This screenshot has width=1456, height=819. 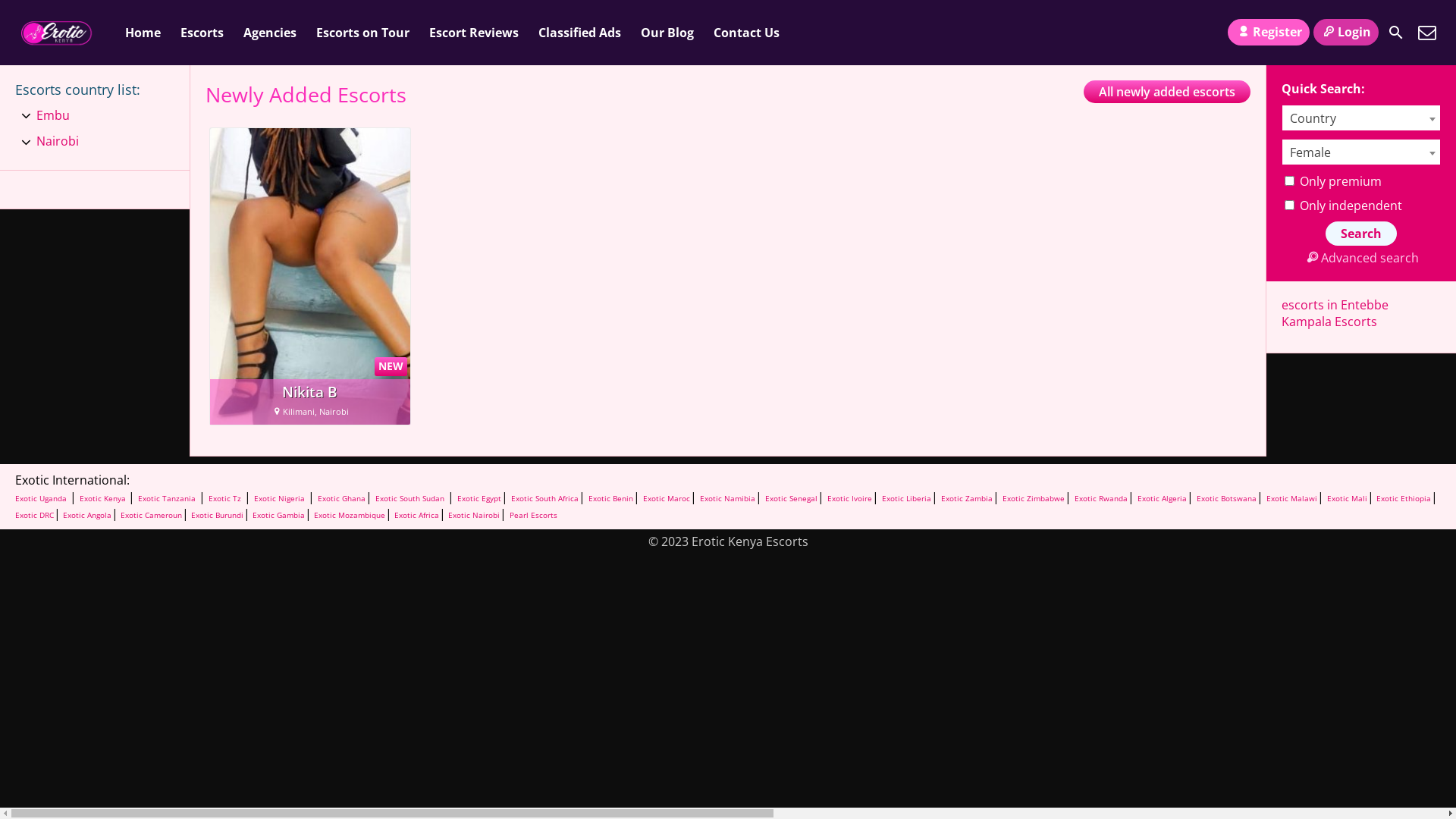 What do you see at coordinates (143, 33) in the screenshot?
I see `'Home'` at bounding box center [143, 33].